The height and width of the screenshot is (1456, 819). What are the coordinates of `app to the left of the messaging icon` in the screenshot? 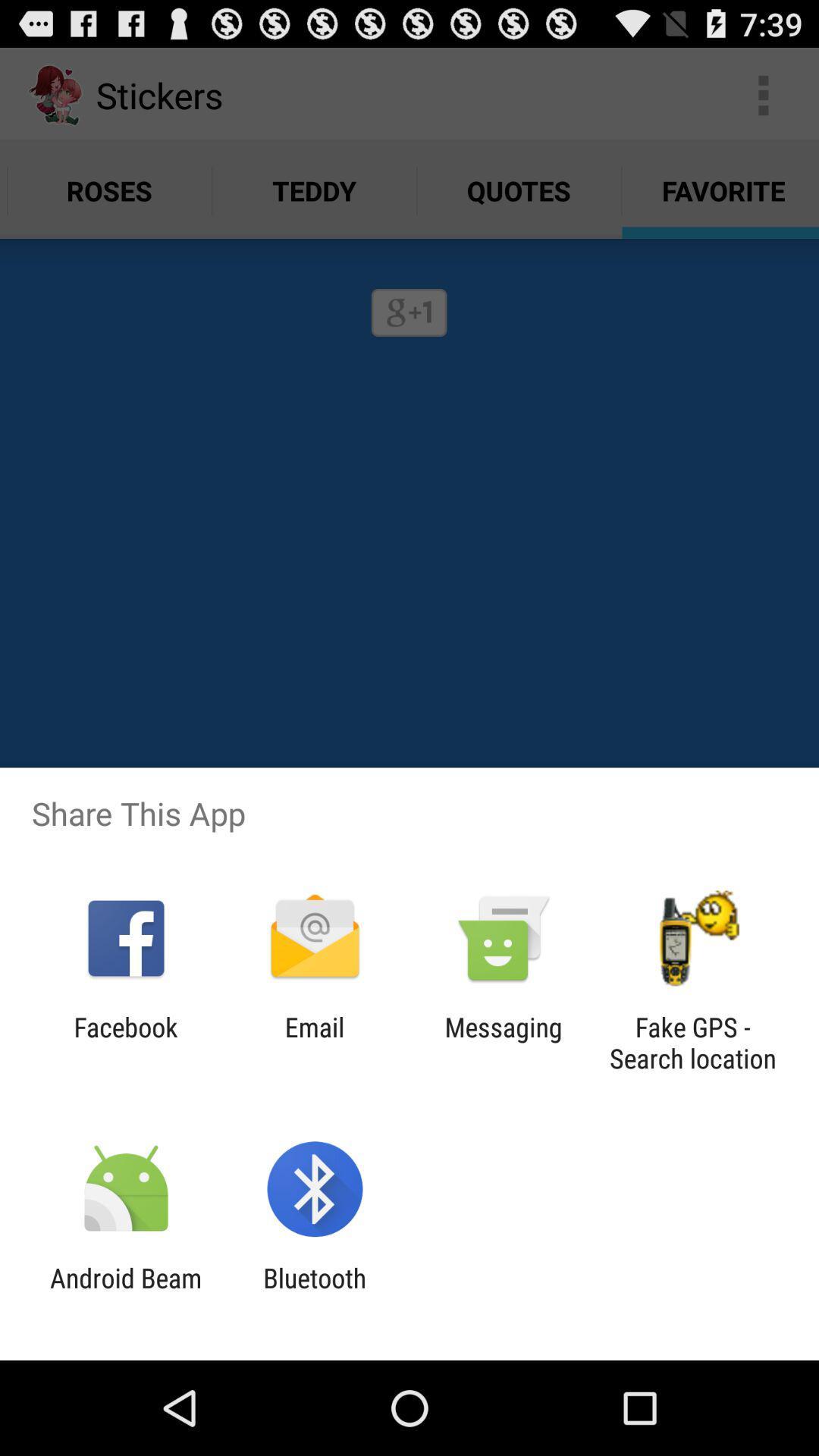 It's located at (314, 1042).